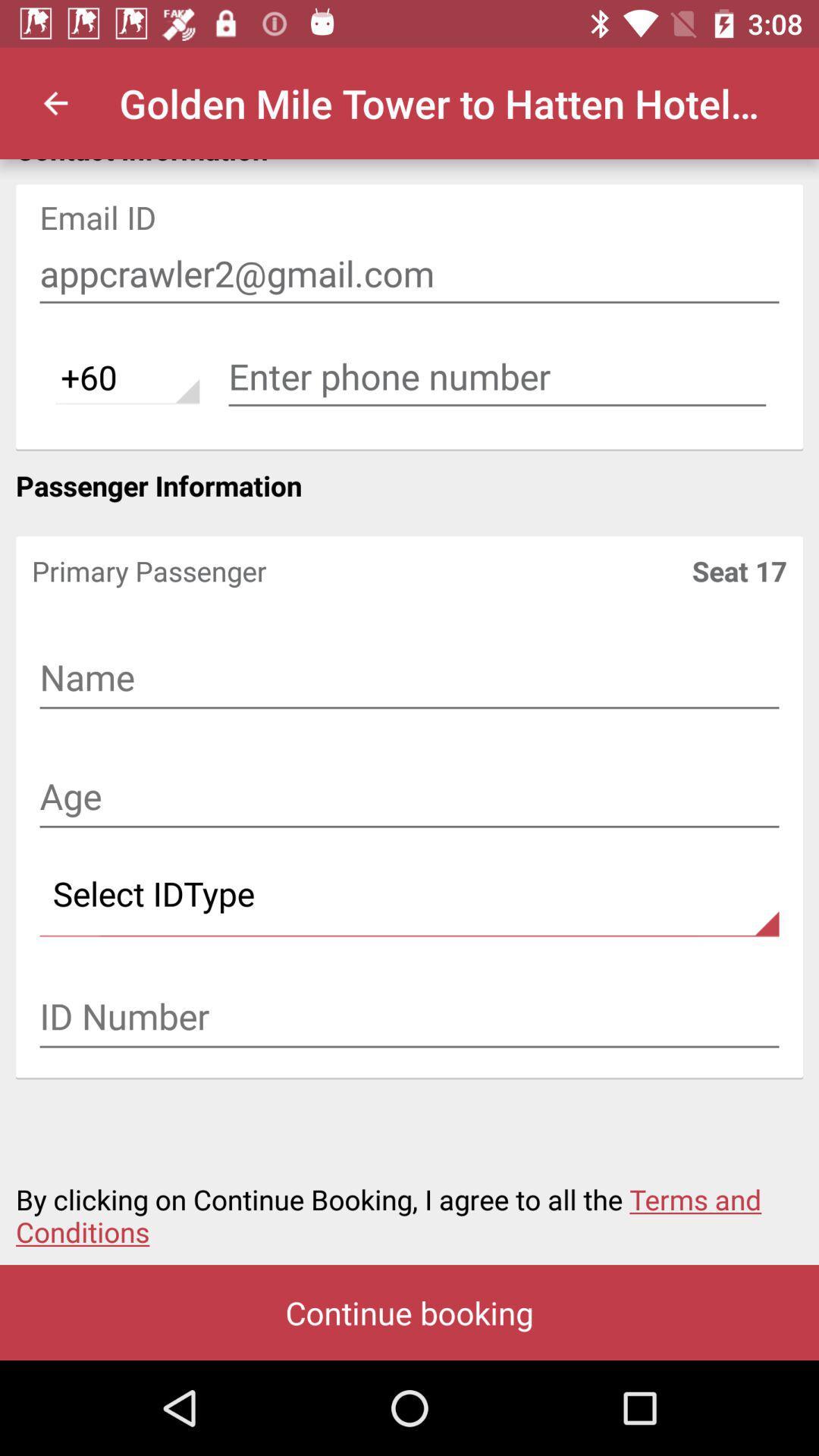 The width and height of the screenshot is (819, 1456). Describe the element at coordinates (409, 679) in the screenshot. I see `input name` at that location.